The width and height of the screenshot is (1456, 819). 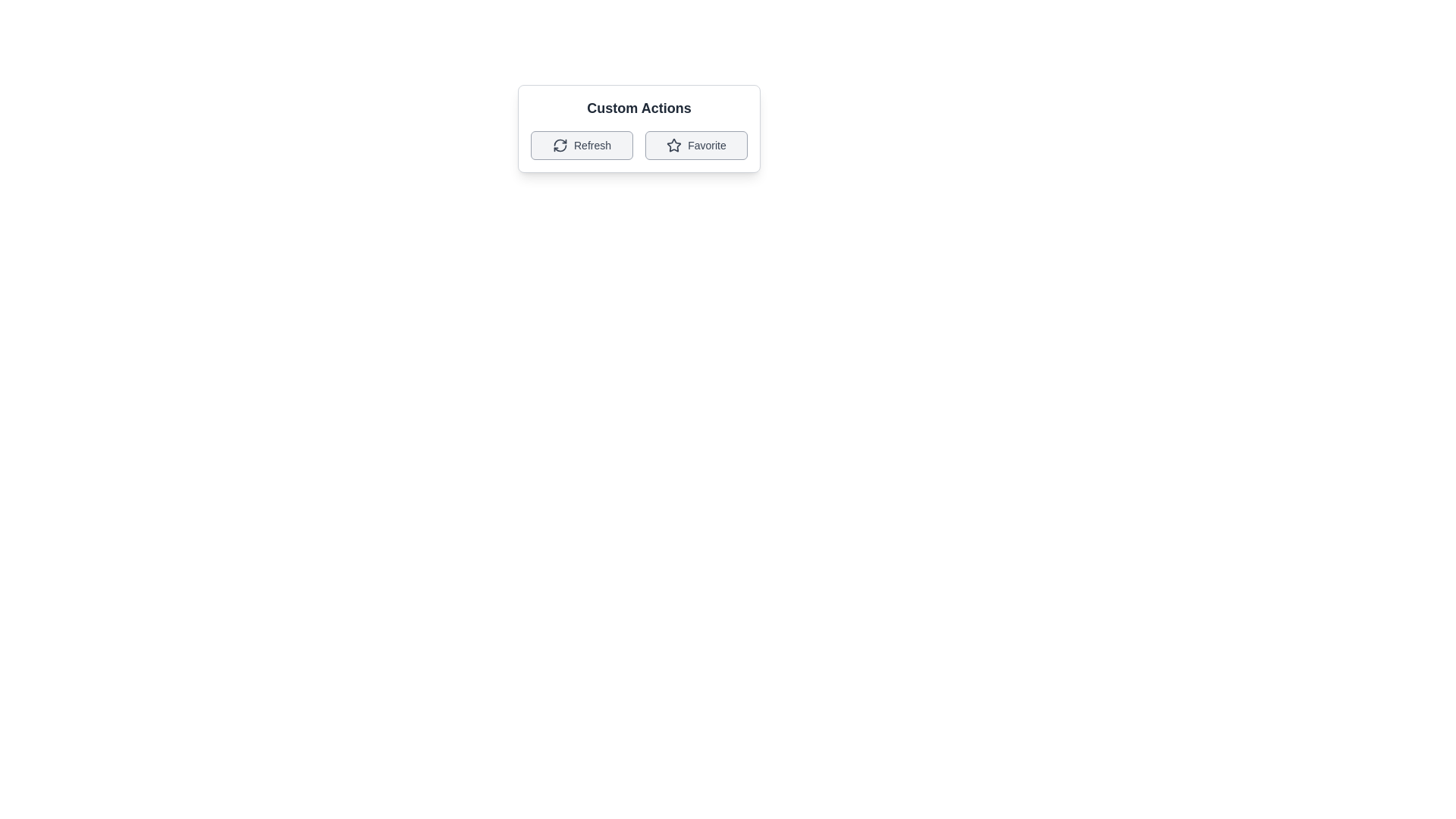 I want to click on the second actionable icon in the 'Custom Actions' section, located under the 'Favorite' text and to the right of the 'Refresh' button, so click(x=673, y=145).